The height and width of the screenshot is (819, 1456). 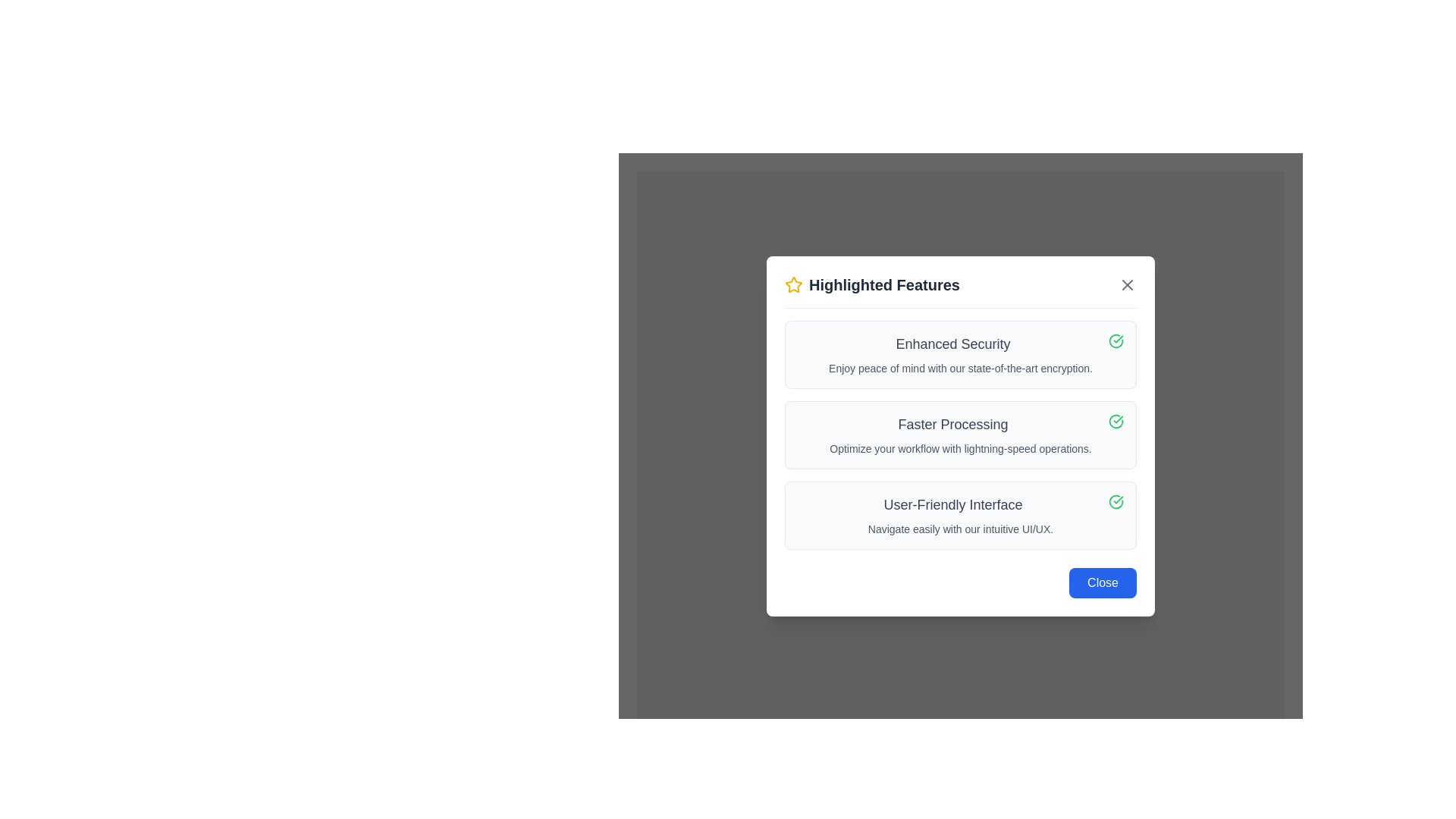 I want to click on the heading that serves as a title for enhanced security features, located at the top of the card-like component with rounded corners, so click(x=960, y=343).